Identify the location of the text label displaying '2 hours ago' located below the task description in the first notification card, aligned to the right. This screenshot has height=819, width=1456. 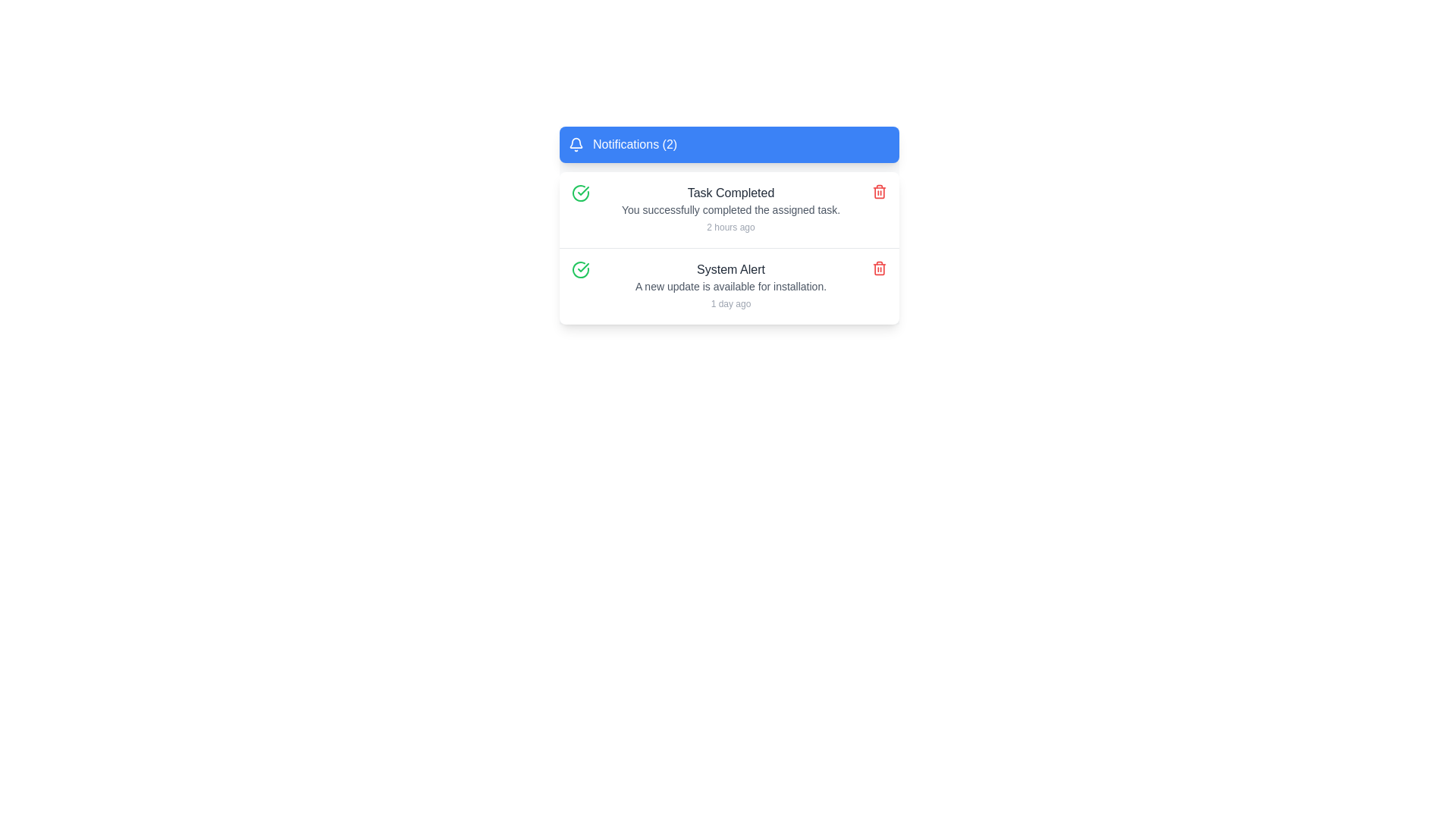
(731, 227).